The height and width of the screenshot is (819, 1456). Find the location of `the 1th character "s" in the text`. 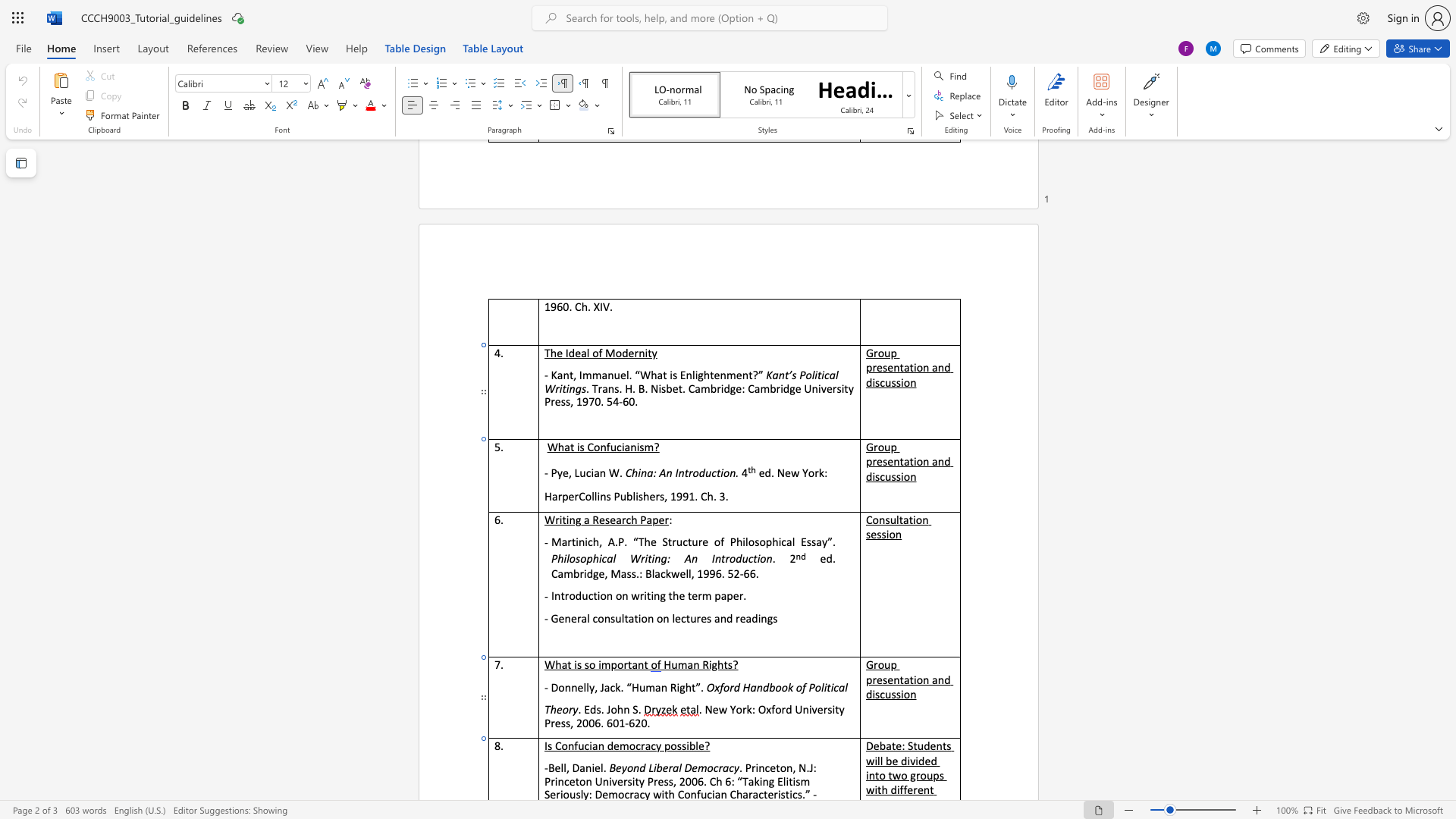

the 1th character "s" in the text is located at coordinates (884, 460).